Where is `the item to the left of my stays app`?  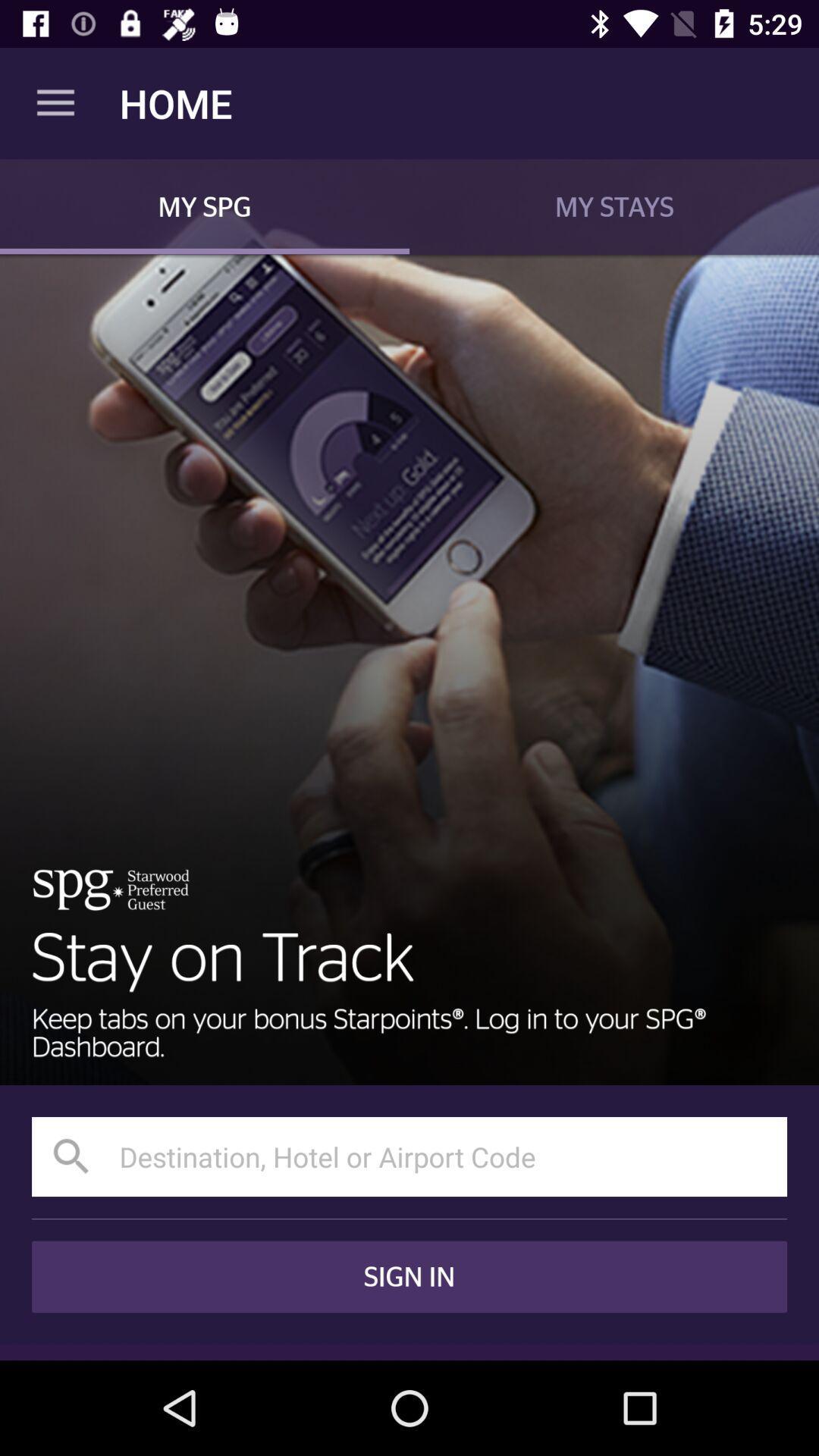
the item to the left of my stays app is located at coordinates (205, 206).